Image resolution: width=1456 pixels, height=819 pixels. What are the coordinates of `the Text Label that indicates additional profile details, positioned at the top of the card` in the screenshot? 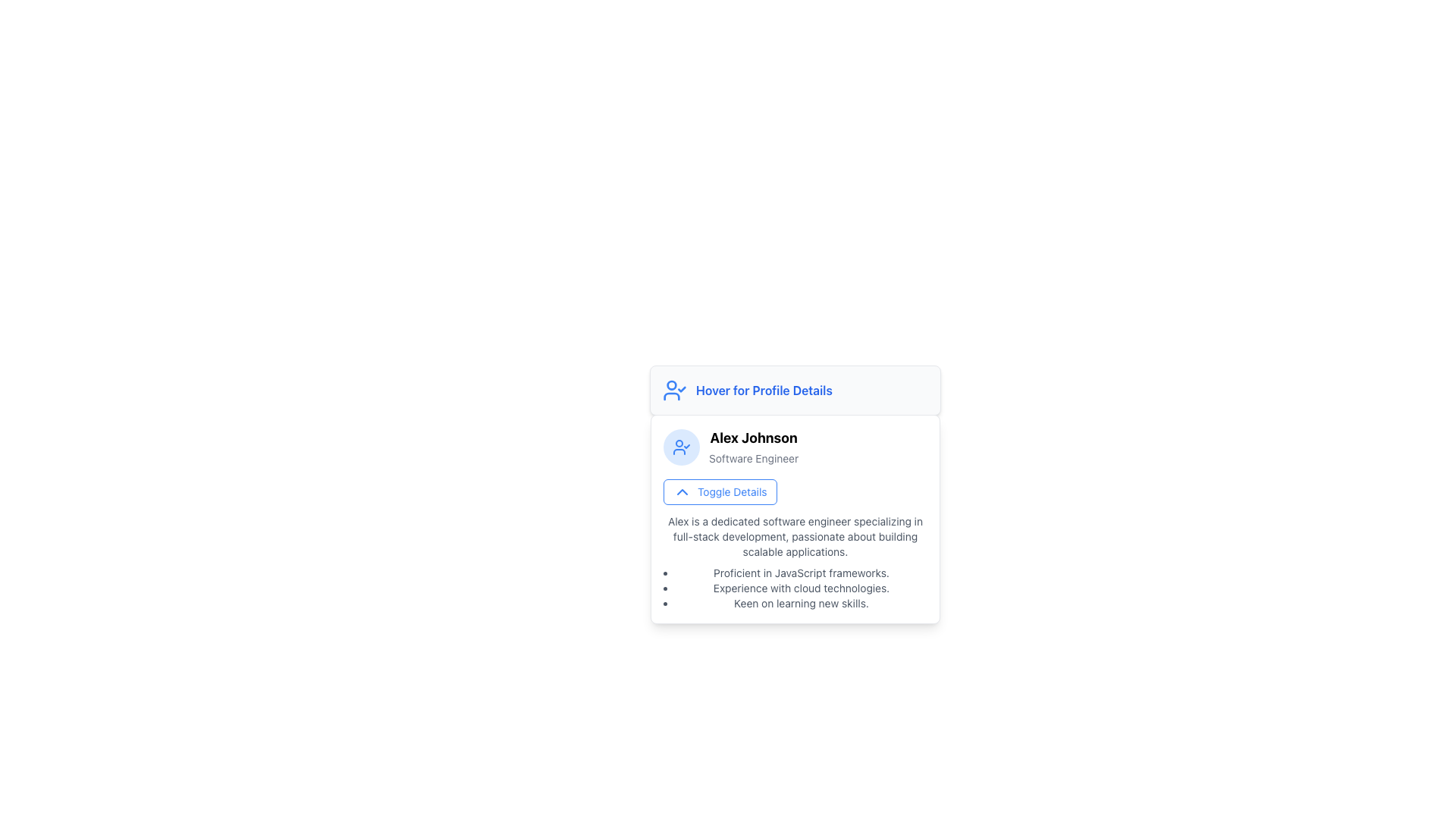 It's located at (764, 390).